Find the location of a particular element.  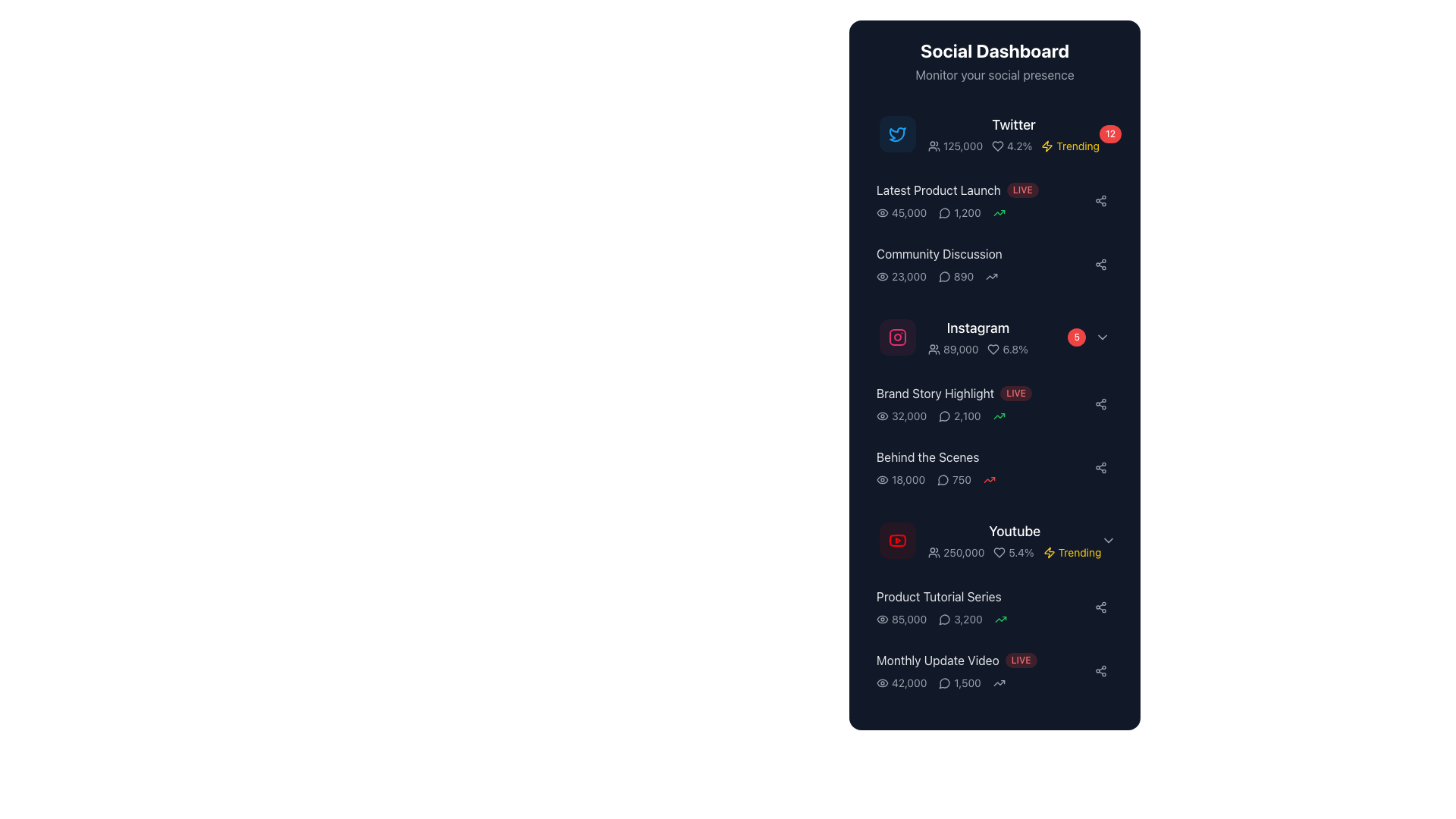

numerical metric indicating the number of views next to the icon in the last row of the list item for 'Monthly Update Video' is located at coordinates (902, 683).